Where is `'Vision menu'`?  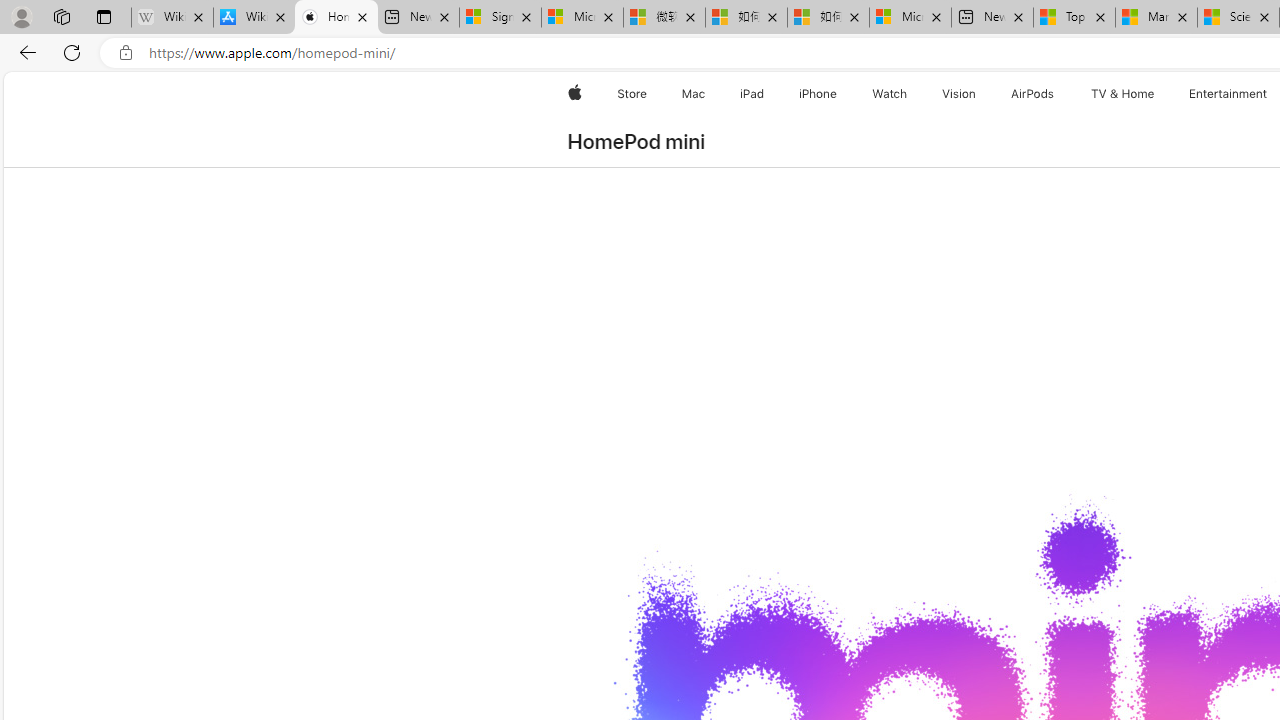
'Vision menu' is located at coordinates (980, 93).